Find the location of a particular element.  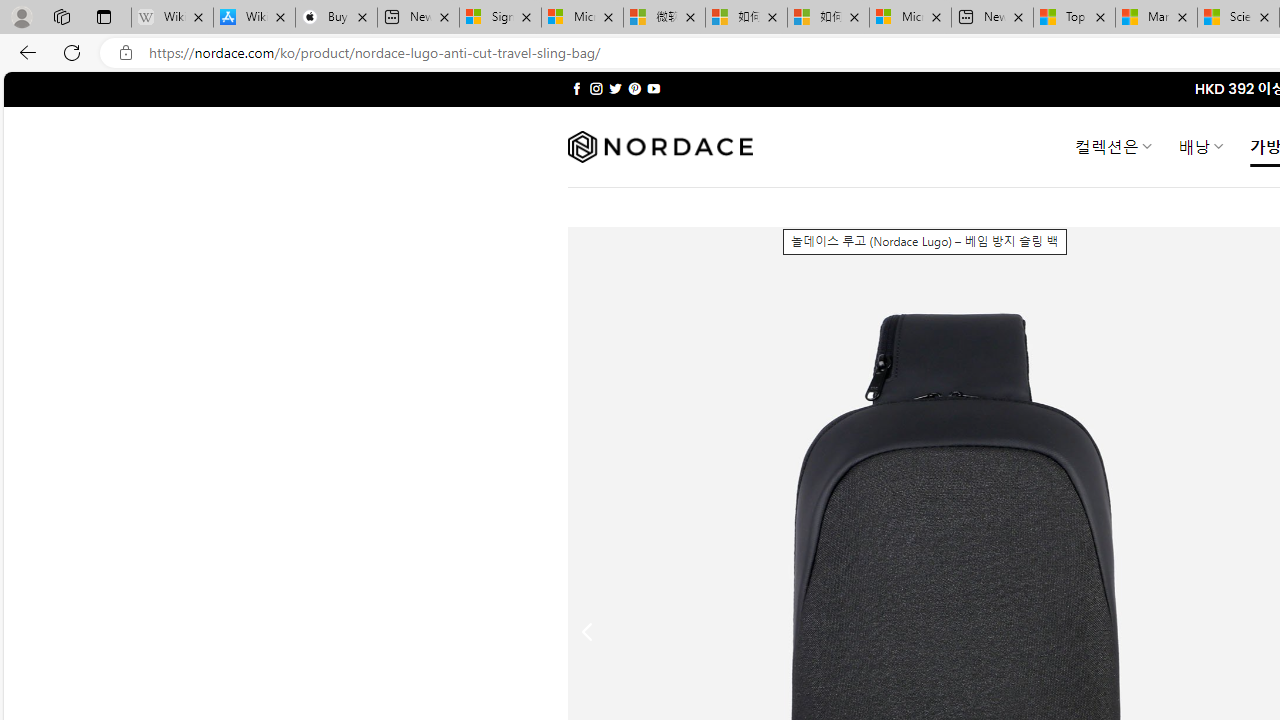

'Follow on Instagram' is located at coordinates (595, 88).